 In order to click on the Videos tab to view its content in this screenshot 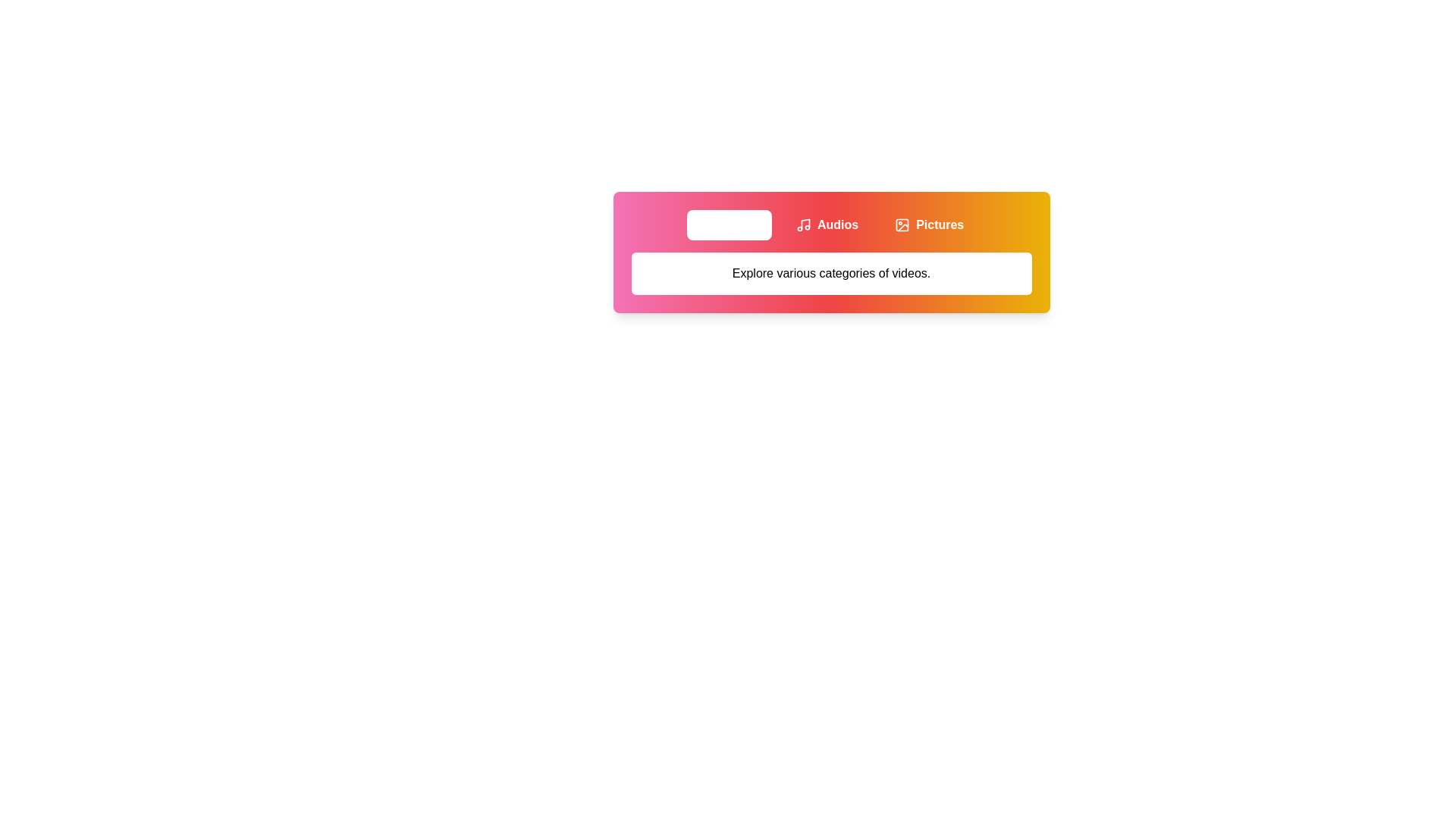, I will do `click(729, 225)`.